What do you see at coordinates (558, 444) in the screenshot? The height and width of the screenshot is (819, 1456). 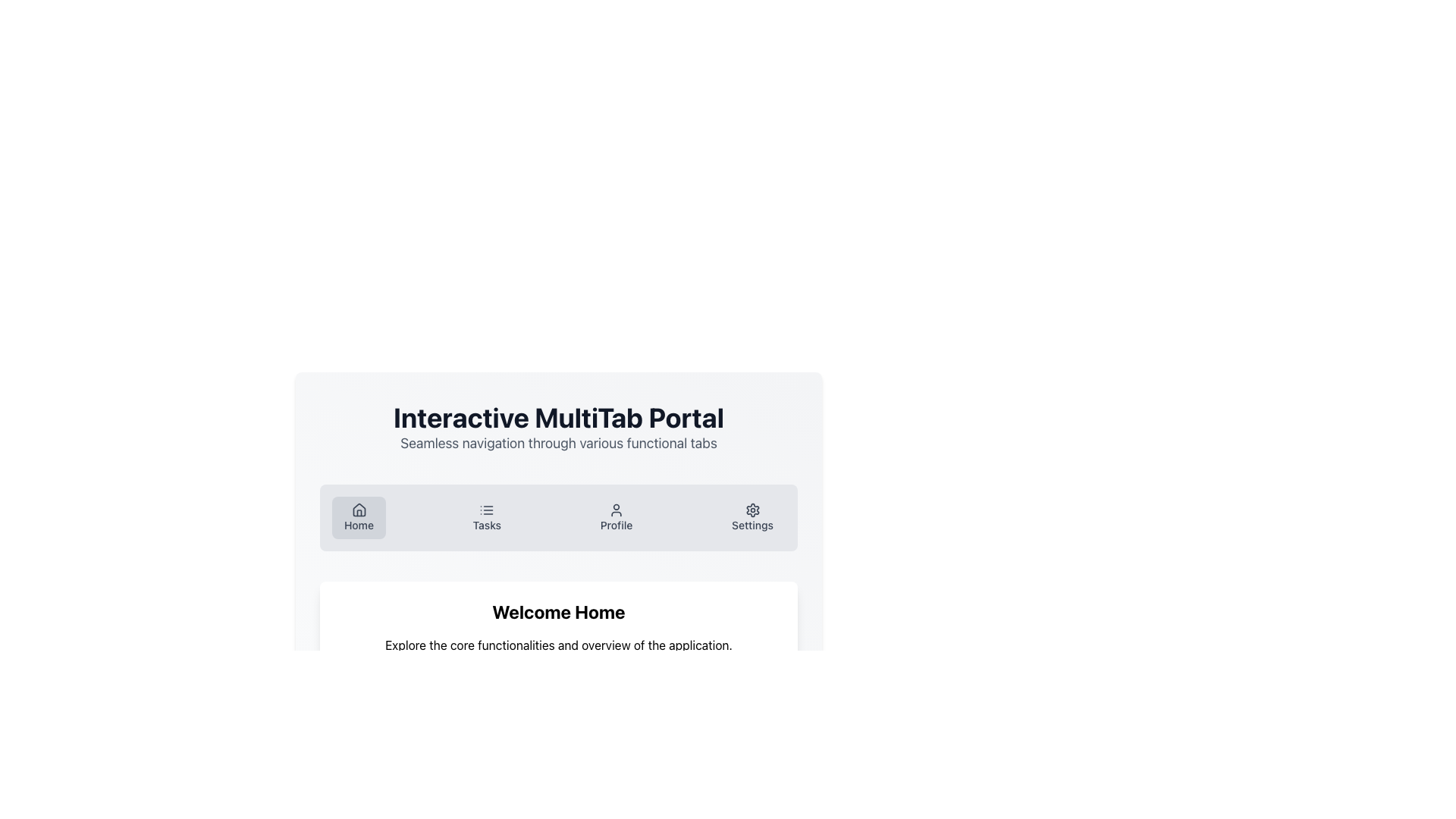 I see `the text label displaying 'Seamless navigation through various functional tabs.' which is centrally aligned beneath the 'Interactive MultiTab Portal' heading` at bounding box center [558, 444].